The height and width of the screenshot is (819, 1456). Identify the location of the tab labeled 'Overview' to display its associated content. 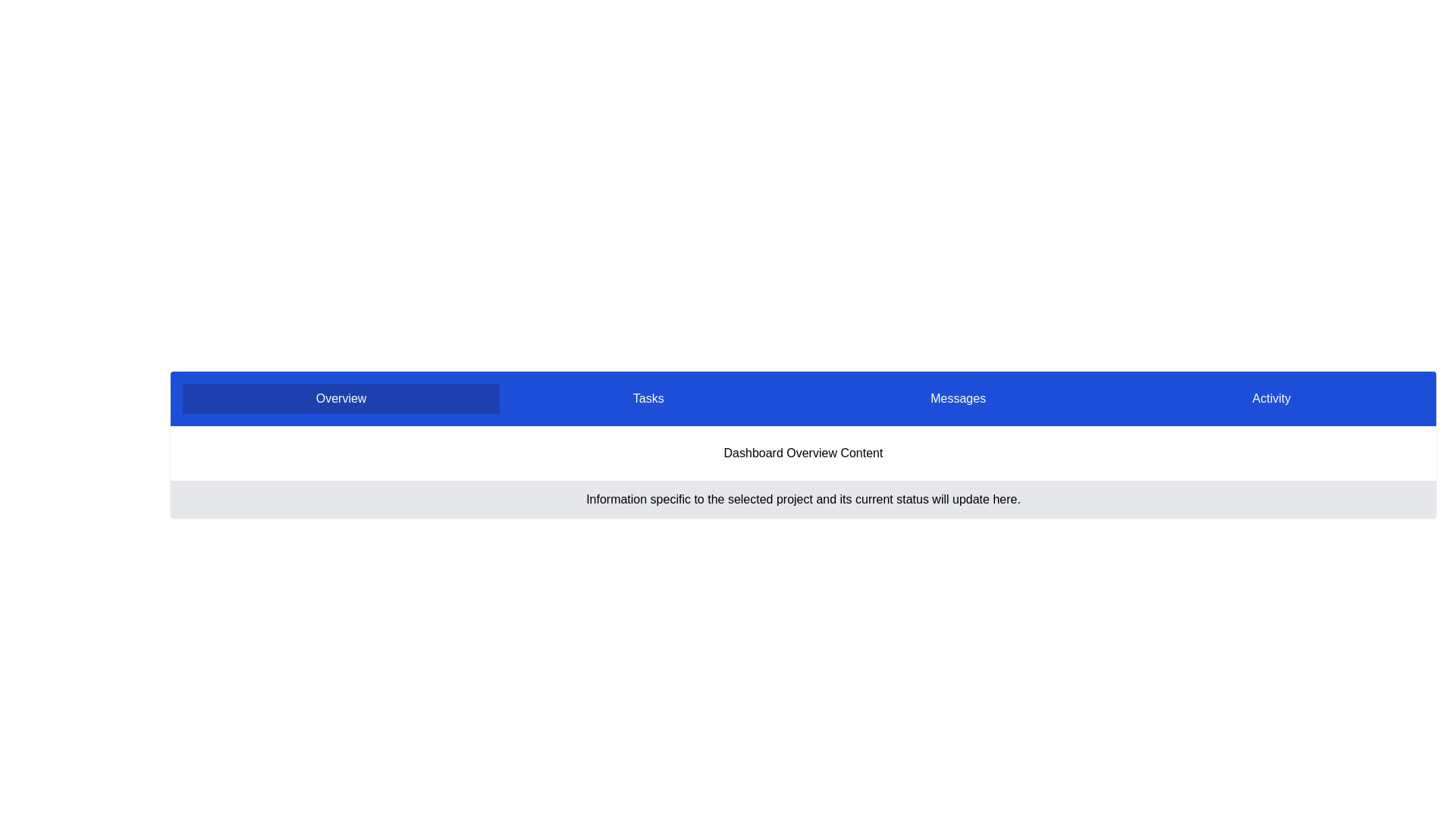
(340, 397).